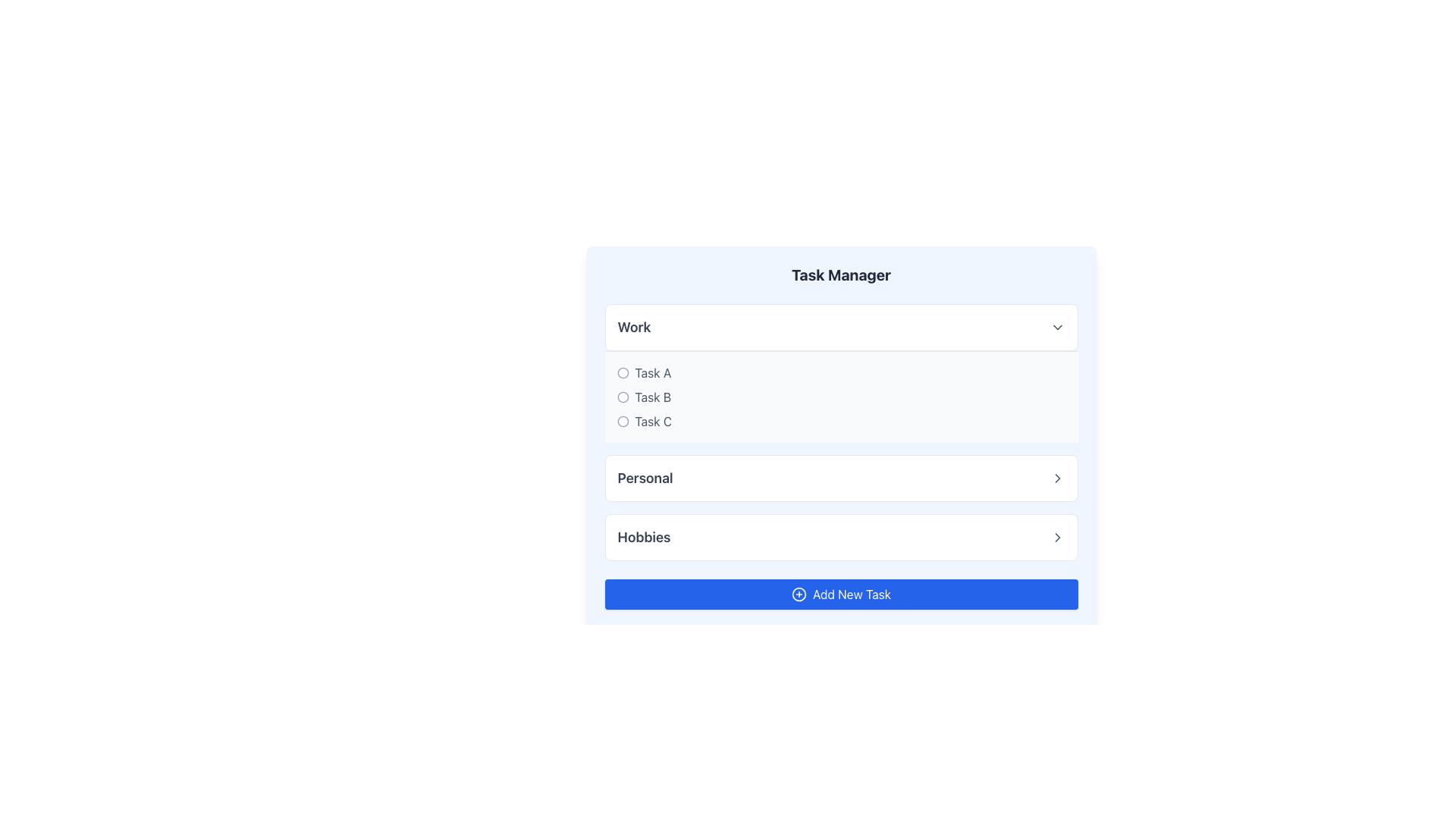  Describe the element at coordinates (653, 397) in the screenshot. I see `the text label for 'Task B', which is the second task in the 'Work' category list in the 'Task Manager' interface` at that location.